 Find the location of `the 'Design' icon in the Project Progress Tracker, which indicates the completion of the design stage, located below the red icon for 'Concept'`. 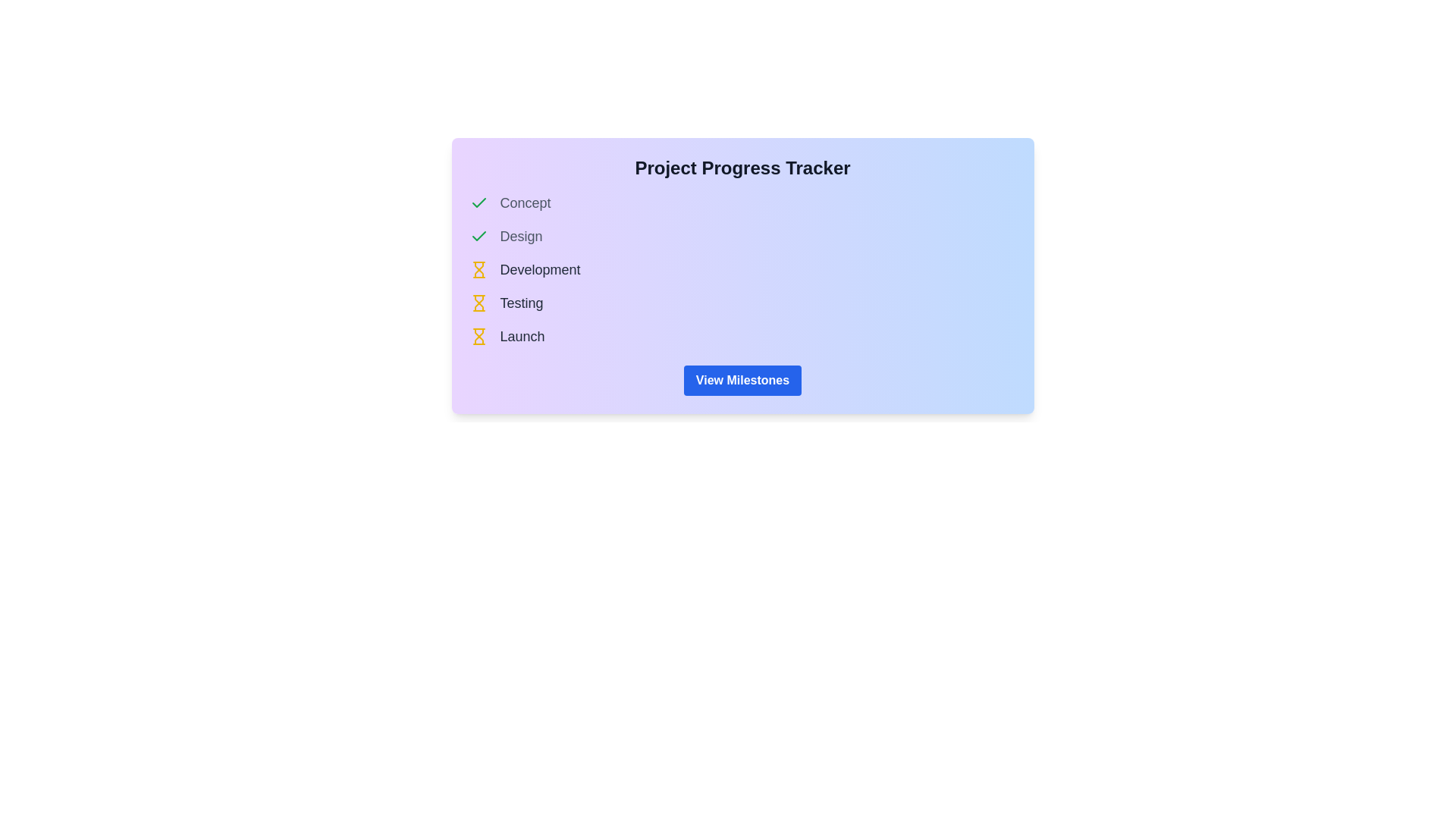

the 'Design' icon in the Project Progress Tracker, which indicates the completion of the design stage, located below the red icon for 'Concept' is located at coordinates (478, 202).